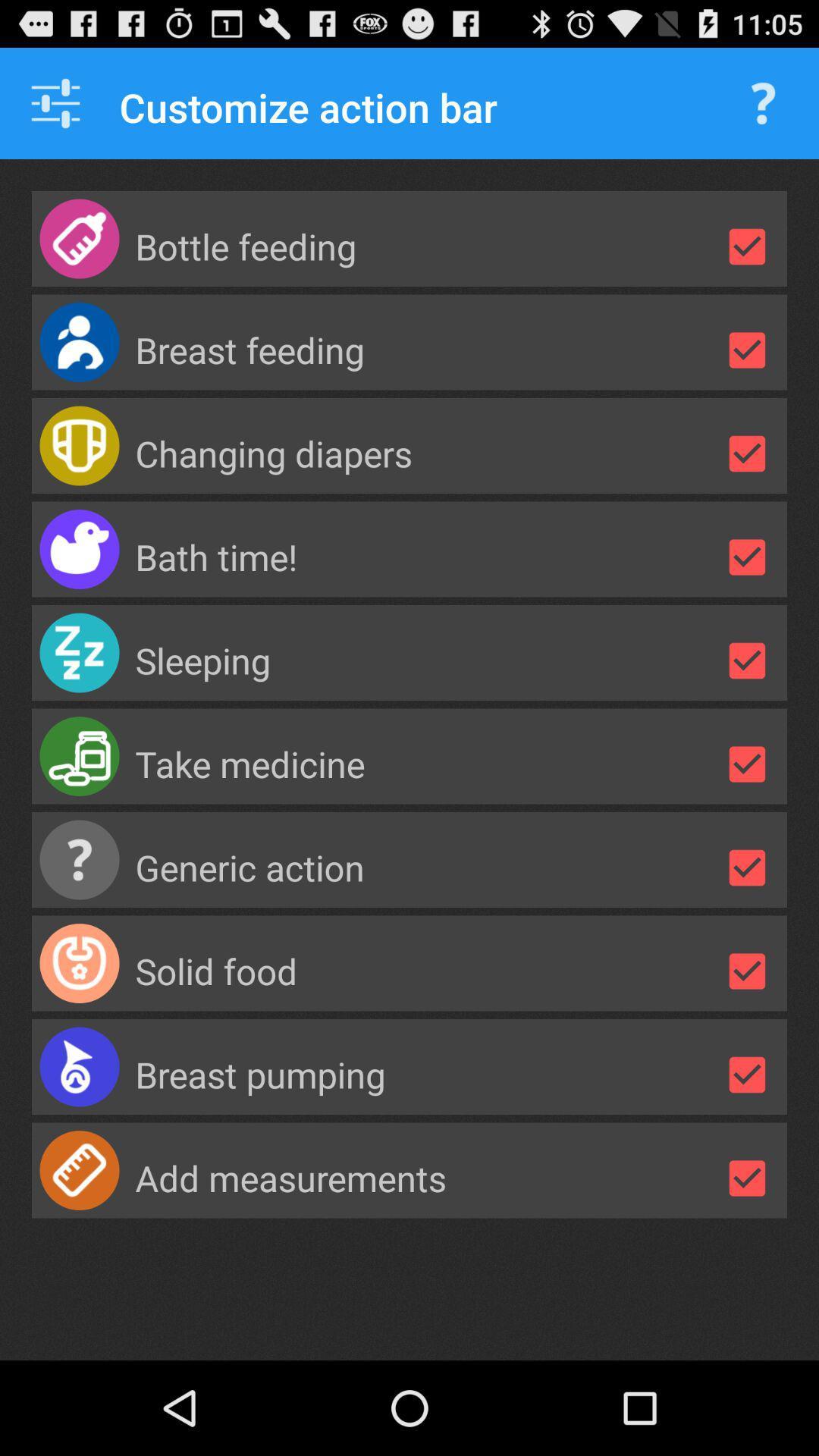  I want to click on the help icon, so click(763, 110).